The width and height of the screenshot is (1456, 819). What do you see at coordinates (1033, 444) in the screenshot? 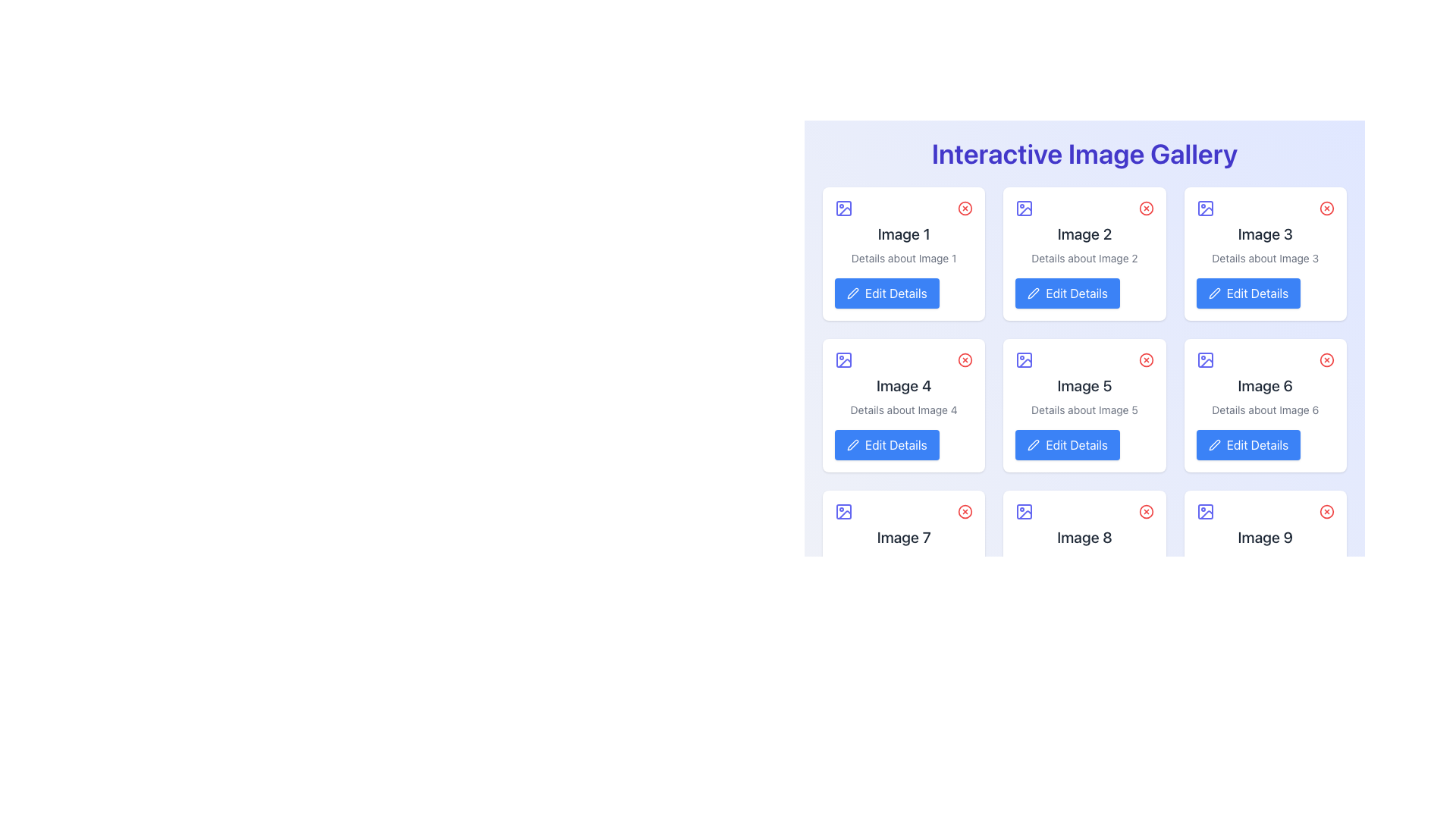
I see `the pen icon located in the 'Edit Details' button of the card titled 'Image 5', which is styled as a minimalistic line drawing and is positioned in the center column of the second row in a 3x3 grid layout` at bounding box center [1033, 444].